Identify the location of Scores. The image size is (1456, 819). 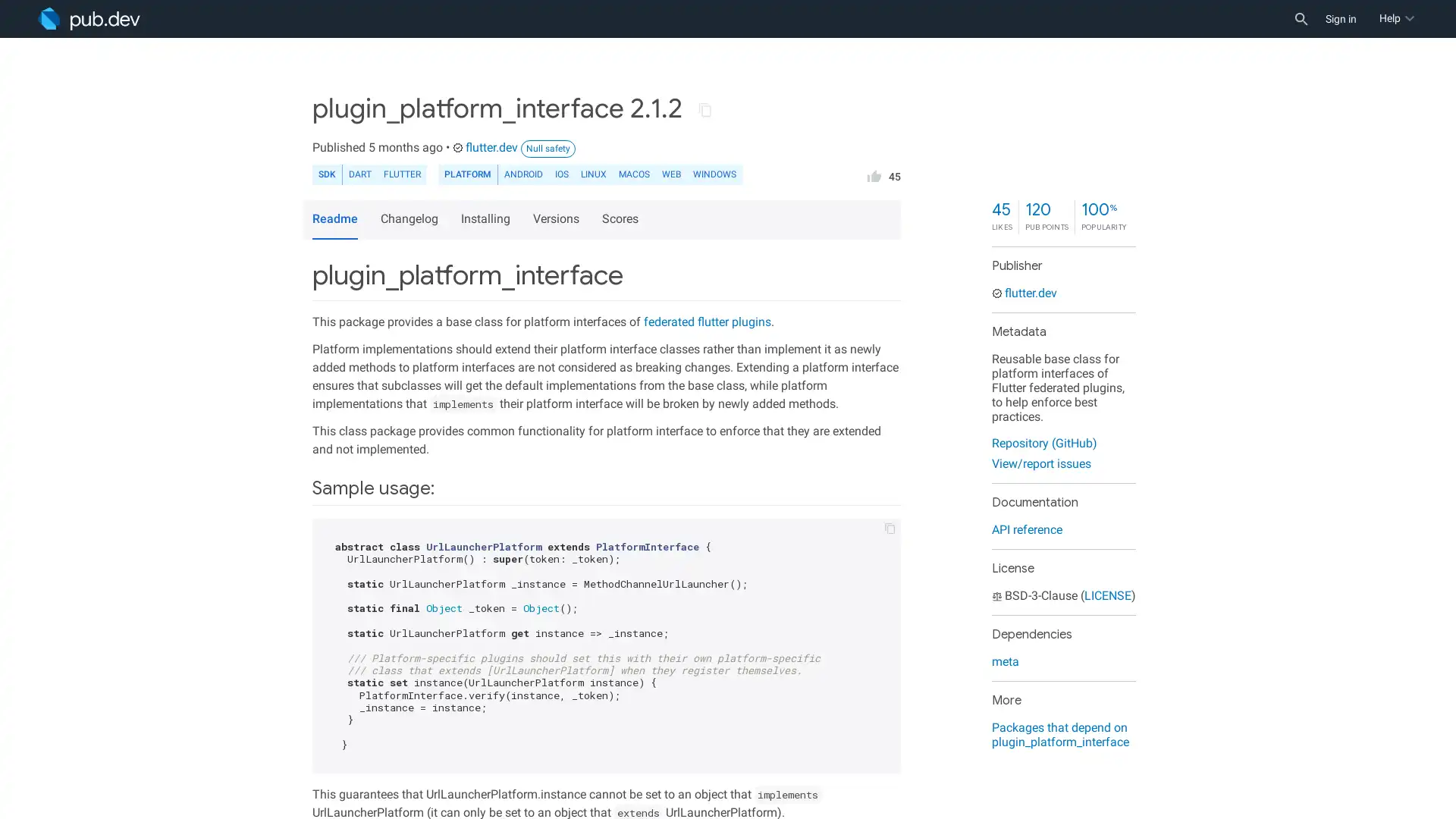
(622, 219).